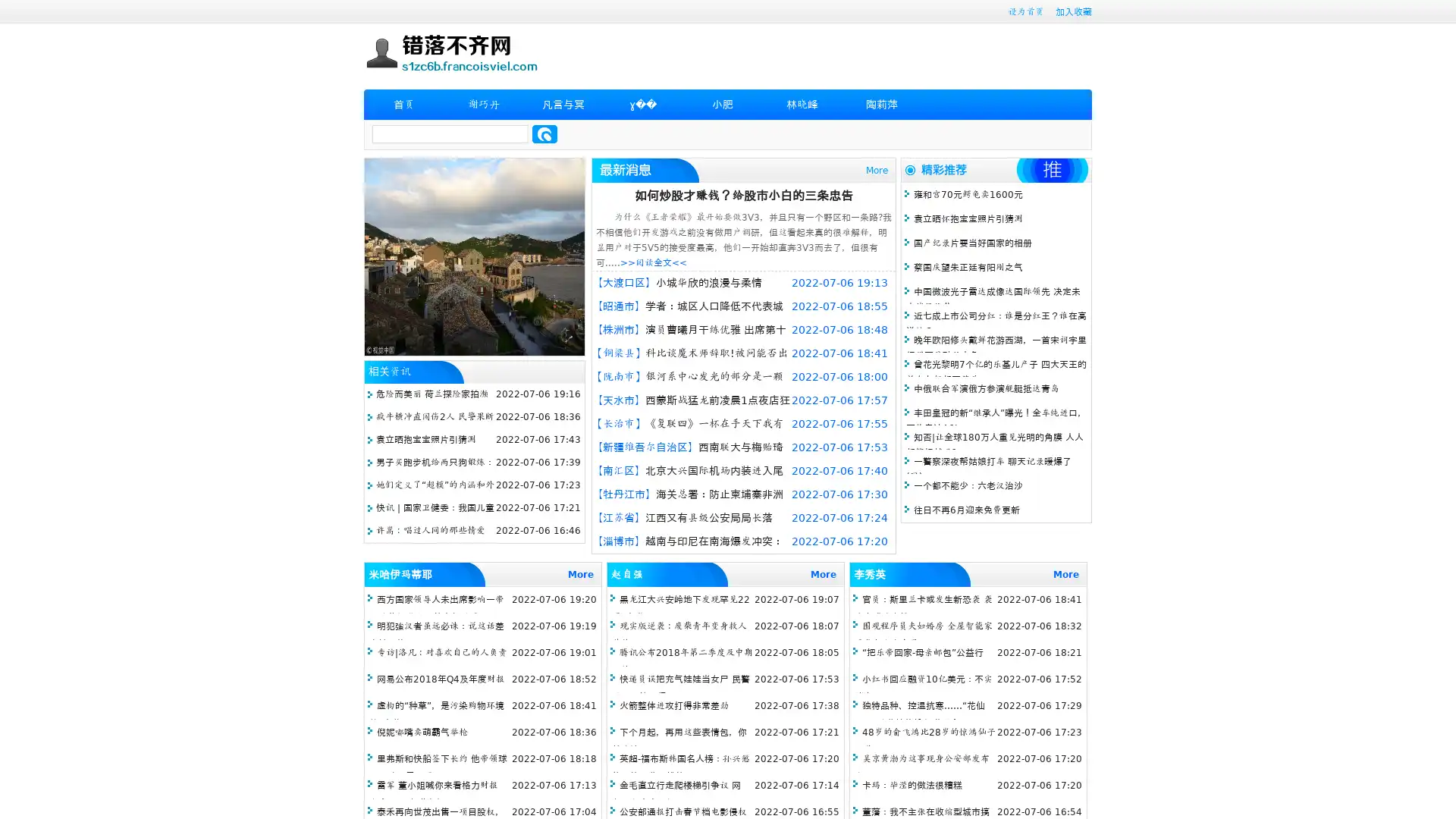 The width and height of the screenshot is (1456, 819). I want to click on Search, so click(544, 133).